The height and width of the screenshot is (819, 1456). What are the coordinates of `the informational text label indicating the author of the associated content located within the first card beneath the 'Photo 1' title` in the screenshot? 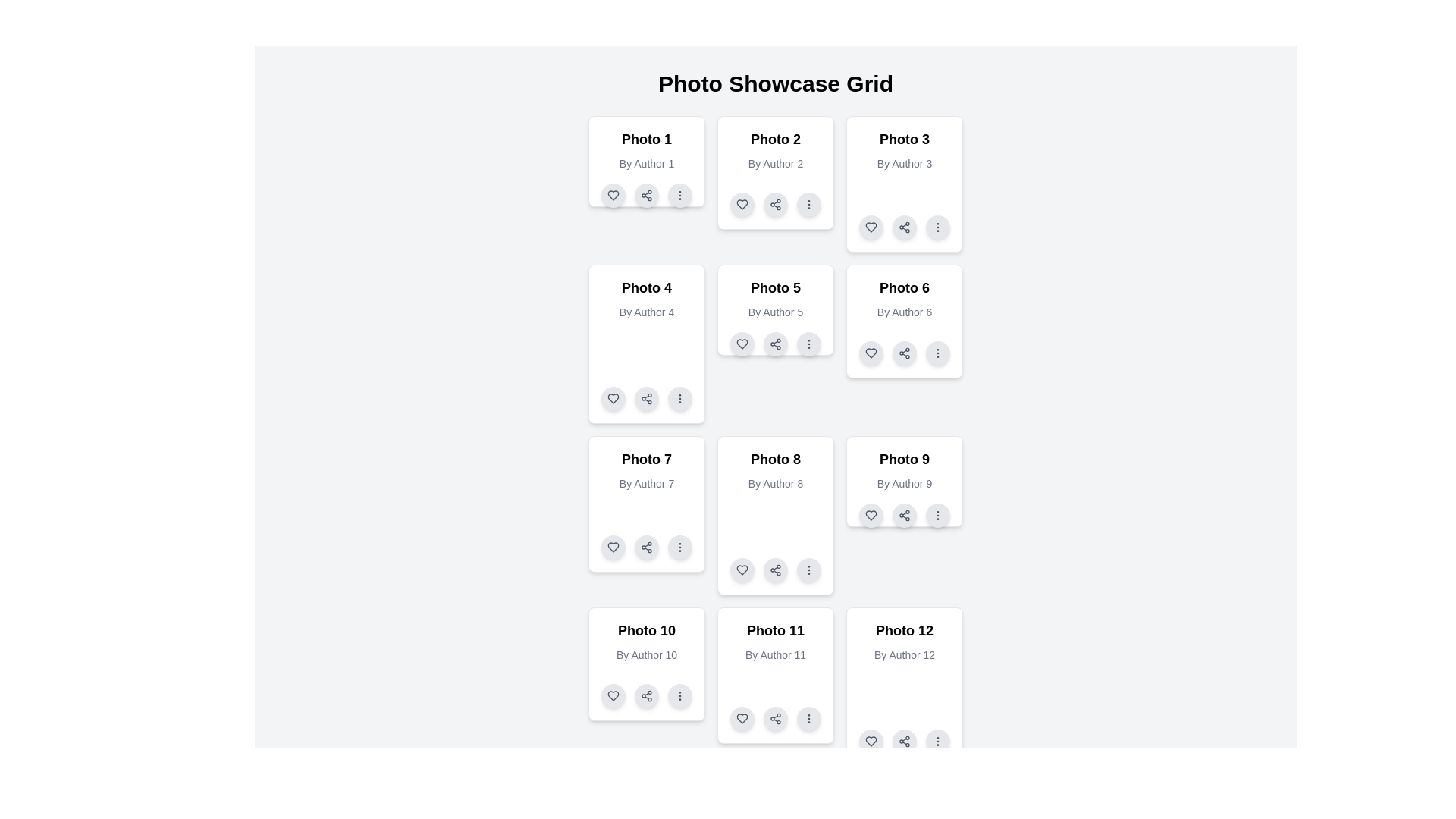 It's located at (647, 164).